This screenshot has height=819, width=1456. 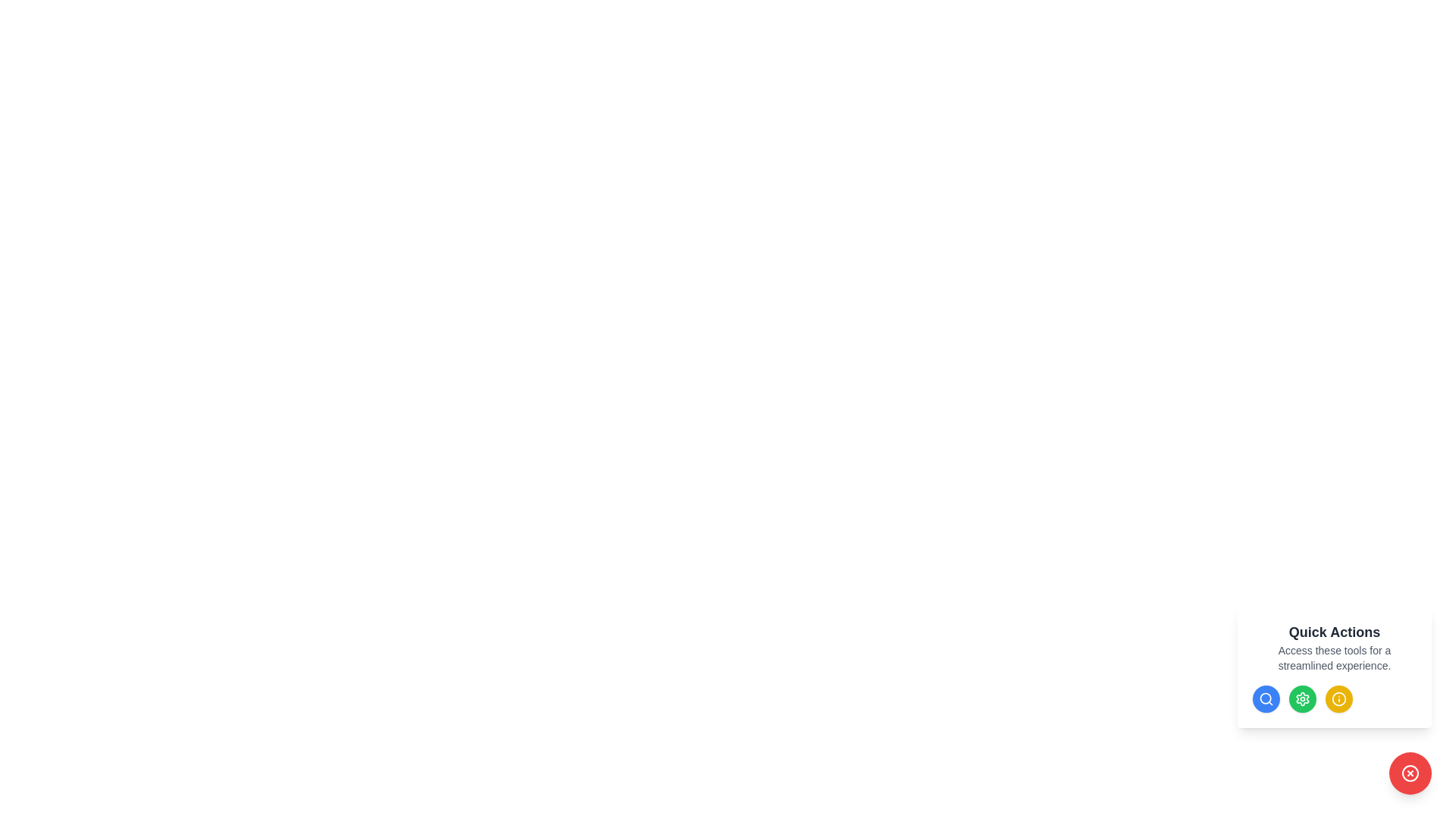 I want to click on the 'Quick Actions' text, which is a large, bold, dark gray header at the top of the card layout, so click(x=1335, y=632).